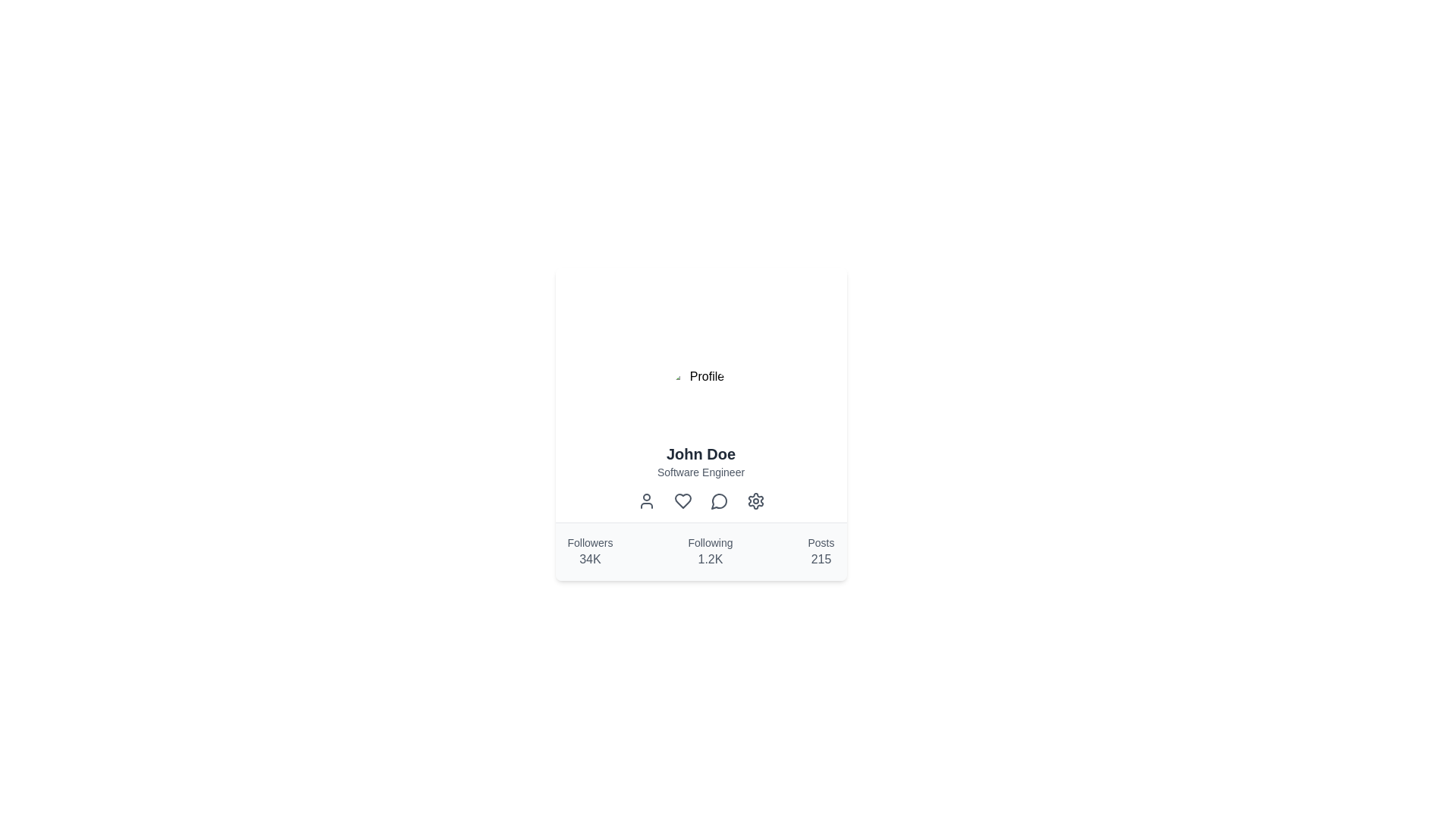 This screenshot has width=1456, height=819. What do you see at coordinates (821, 559) in the screenshot?
I see `the text displaying the number '215', which is bold and located underneath the label 'Posts' in the lower right corner of the interface` at bounding box center [821, 559].